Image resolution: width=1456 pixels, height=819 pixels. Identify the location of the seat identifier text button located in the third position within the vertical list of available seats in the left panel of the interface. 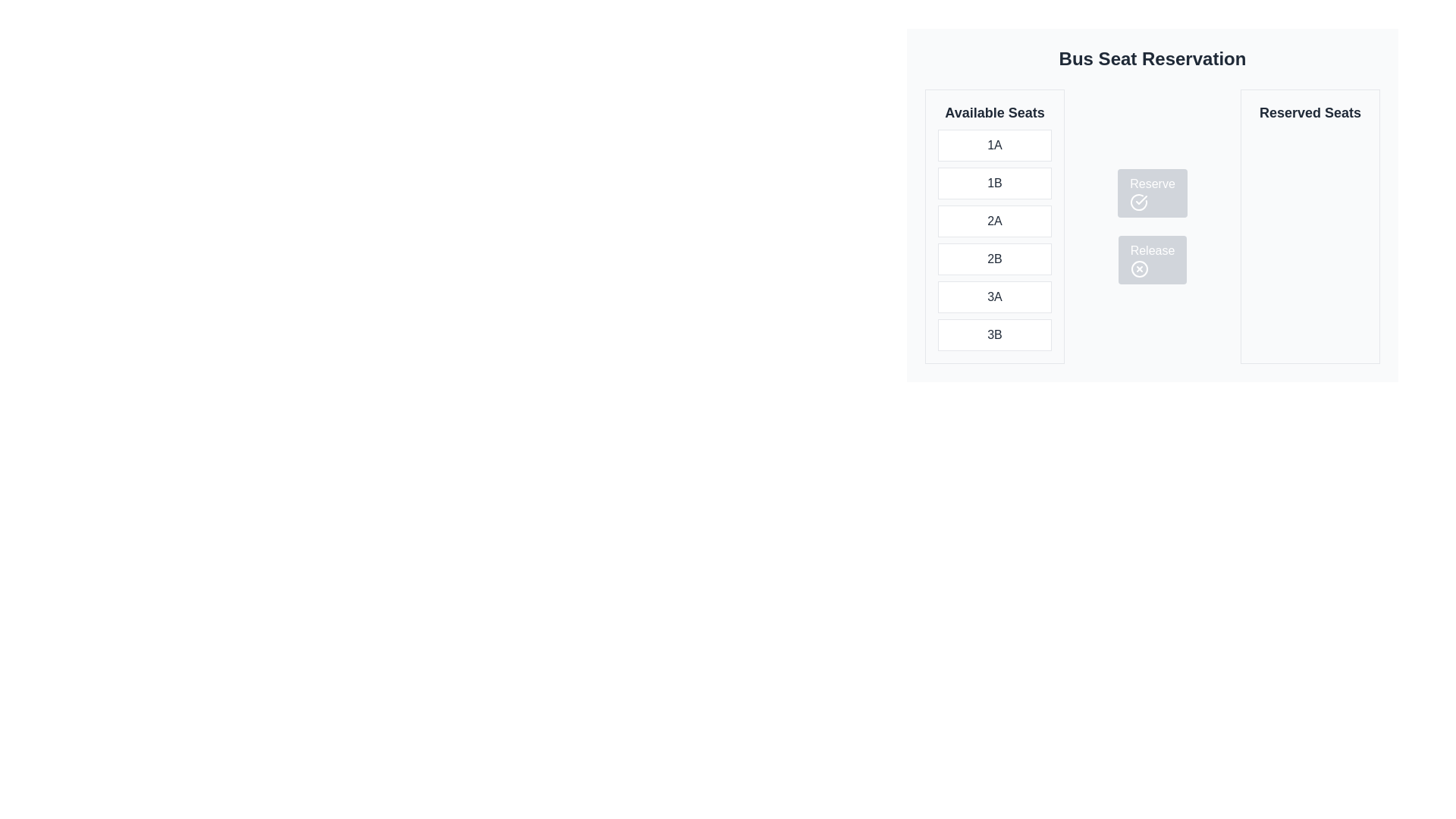
(994, 221).